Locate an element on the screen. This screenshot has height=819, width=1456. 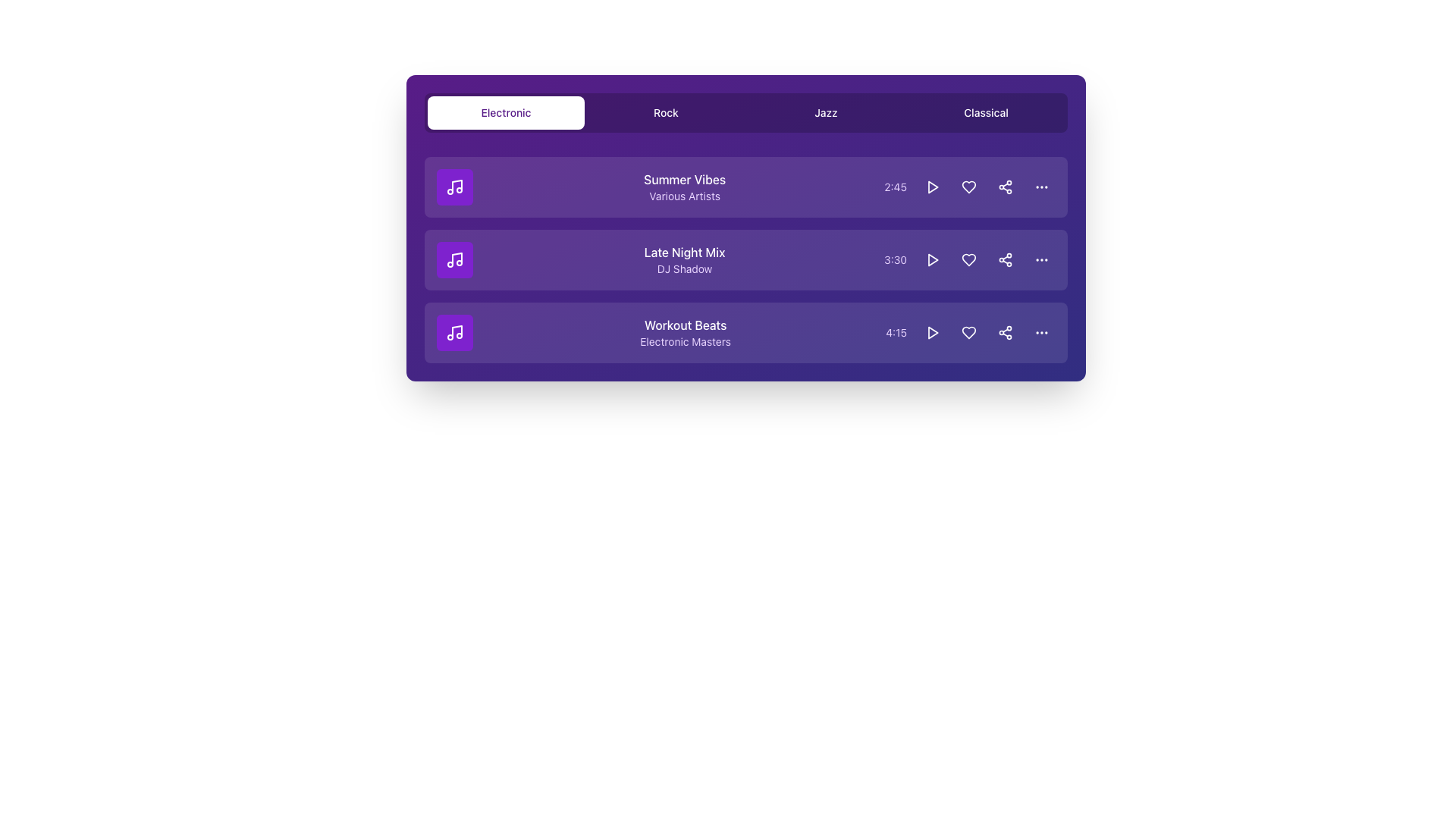
the square-shaped purple icon button with a white musical note, which represents the third entry in the song list titled 'Workout Beats' is located at coordinates (454, 332).